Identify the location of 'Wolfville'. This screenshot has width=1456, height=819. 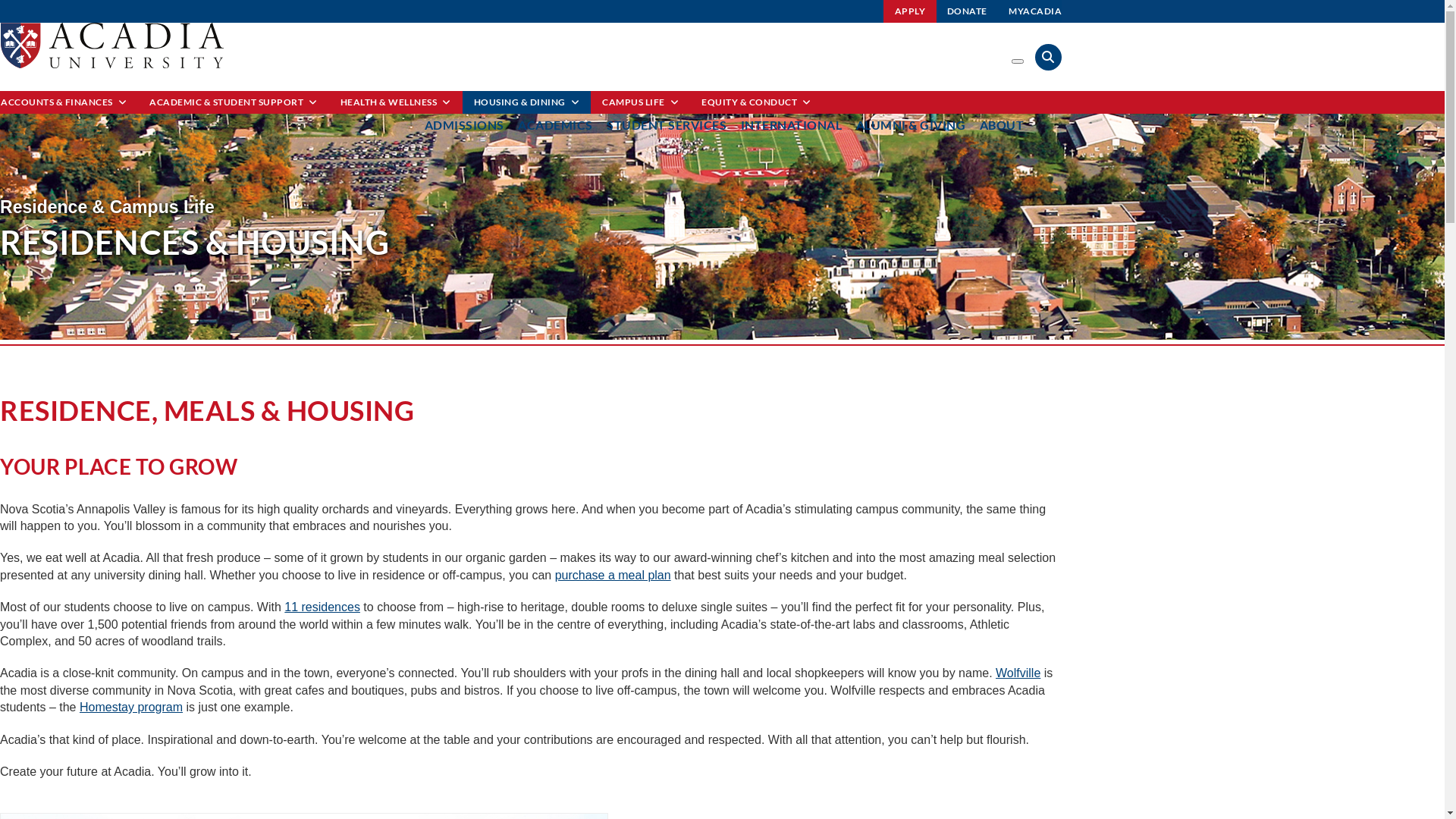
(1018, 672).